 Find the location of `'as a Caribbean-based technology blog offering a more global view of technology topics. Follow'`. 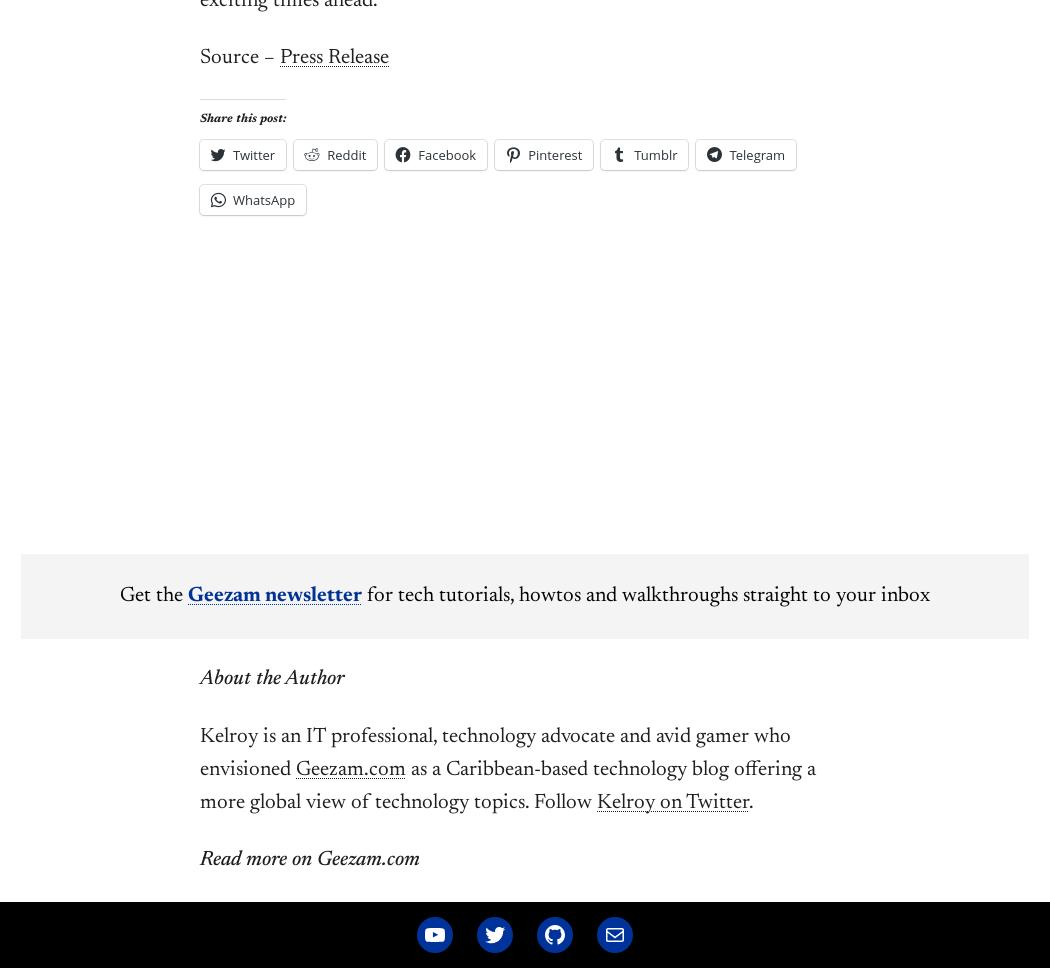

'as a Caribbean-based technology blog offering a more global view of technology topics. Follow' is located at coordinates (506, 785).